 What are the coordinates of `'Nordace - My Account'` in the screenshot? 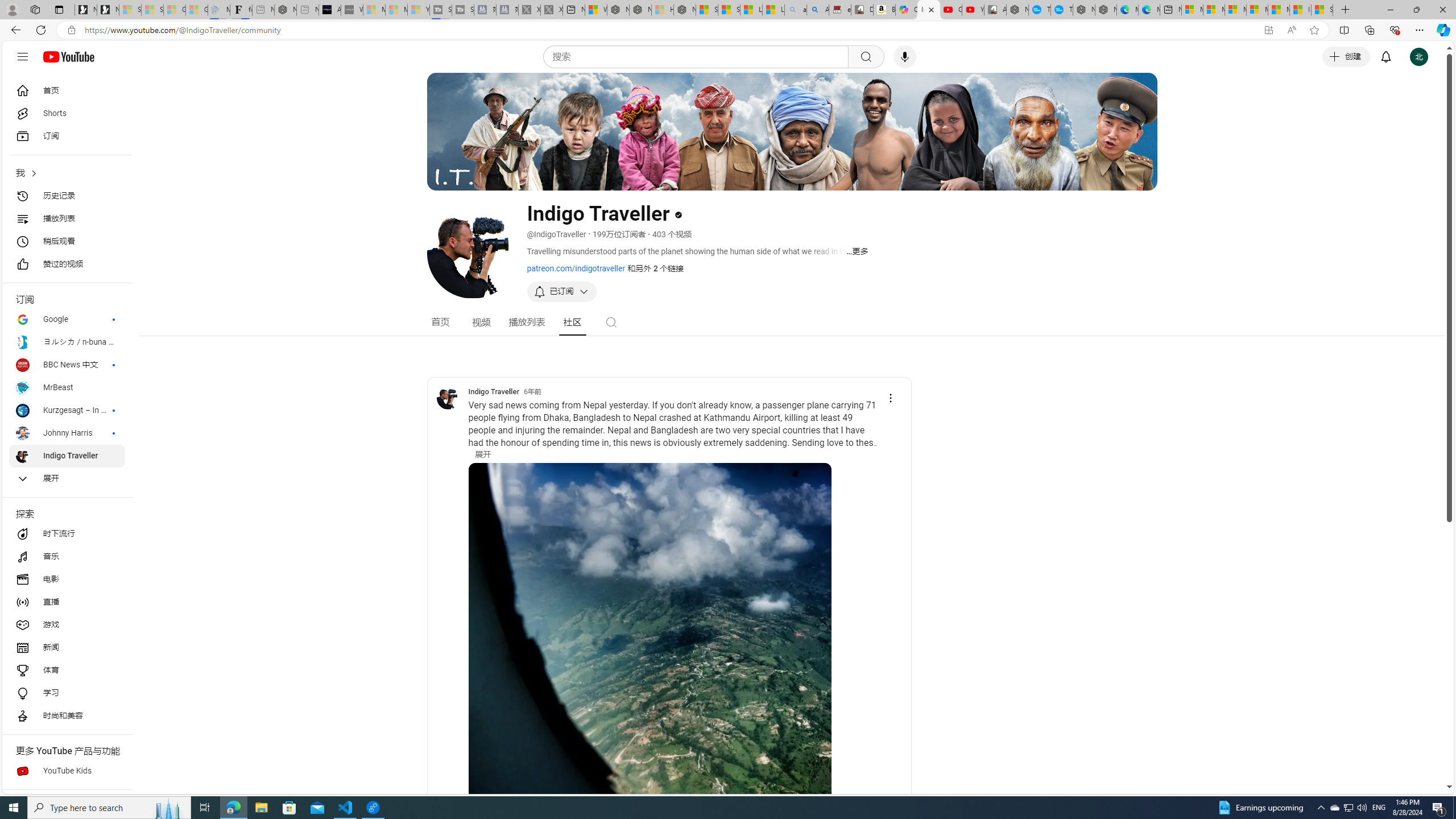 It's located at (1017, 9).